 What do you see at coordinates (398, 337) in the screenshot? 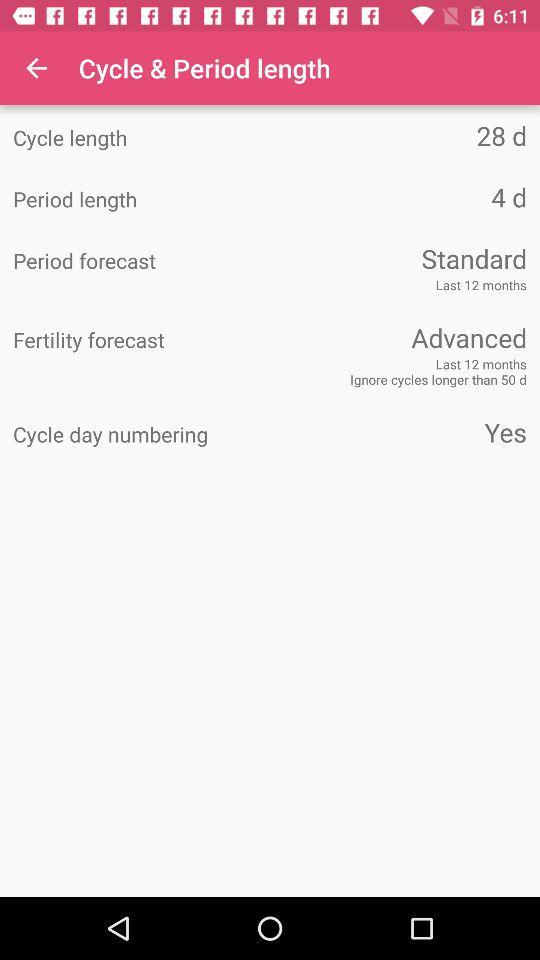
I see `the icon below the last 12 months` at bounding box center [398, 337].